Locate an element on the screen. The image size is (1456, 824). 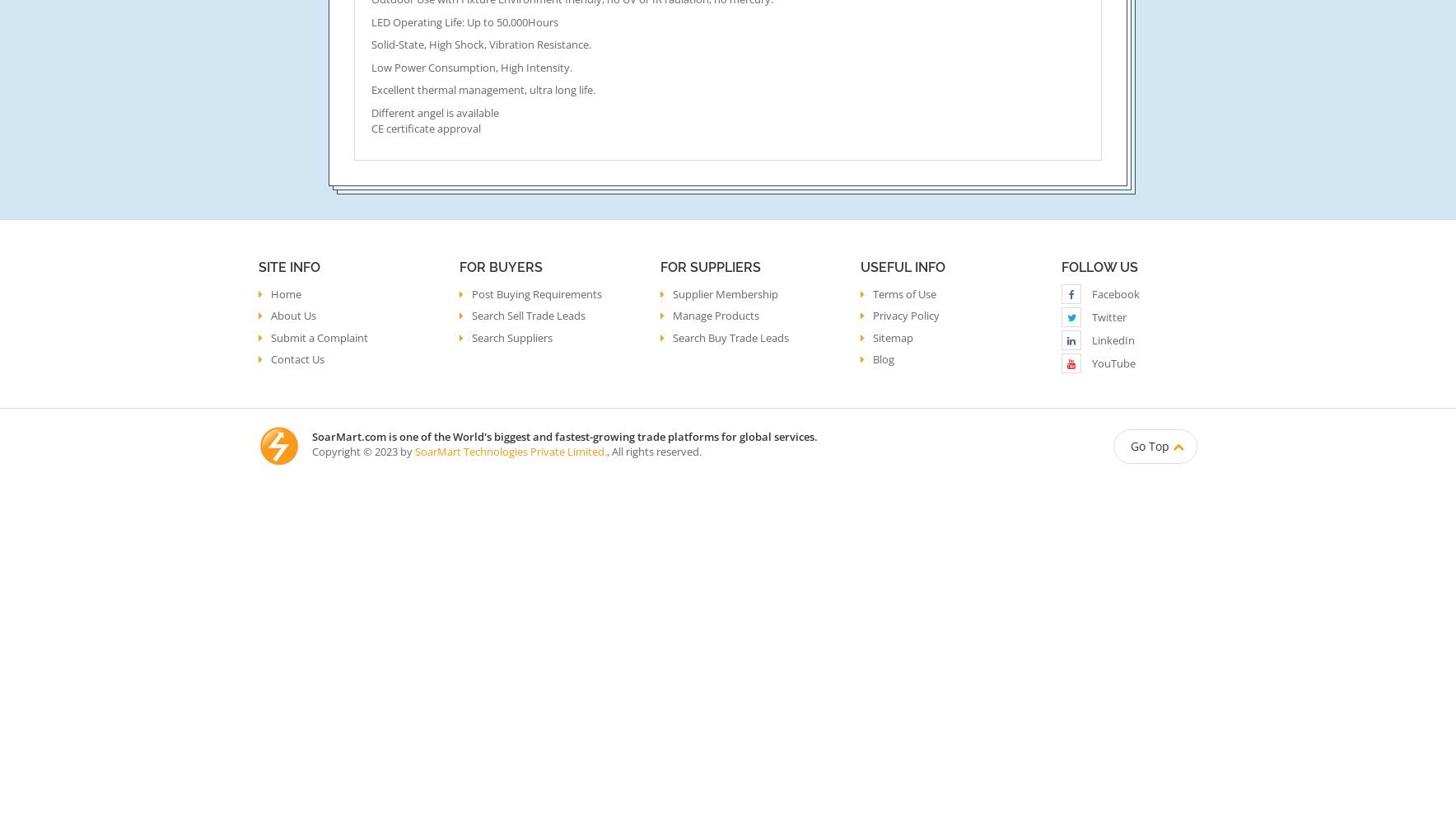
'Go Top' is located at coordinates (1149, 445).